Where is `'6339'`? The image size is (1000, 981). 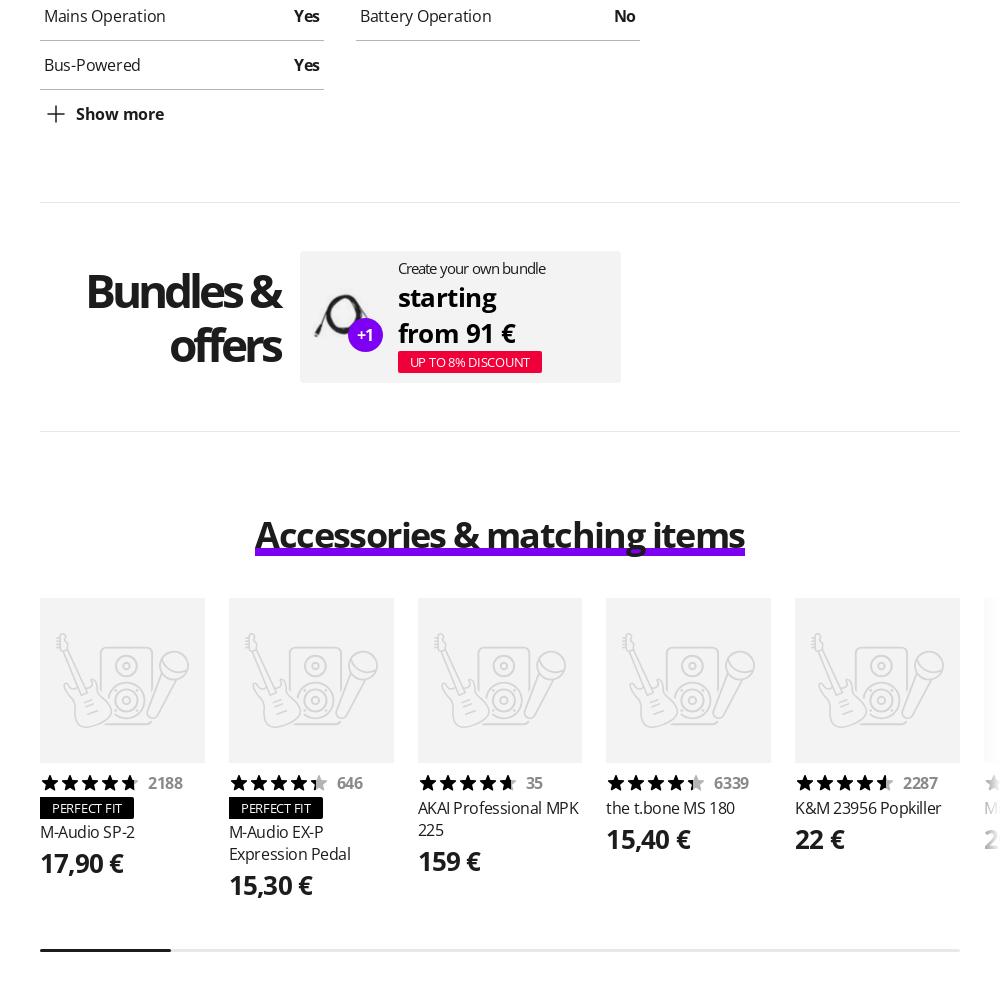 '6339' is located at coordinates (730, 783).